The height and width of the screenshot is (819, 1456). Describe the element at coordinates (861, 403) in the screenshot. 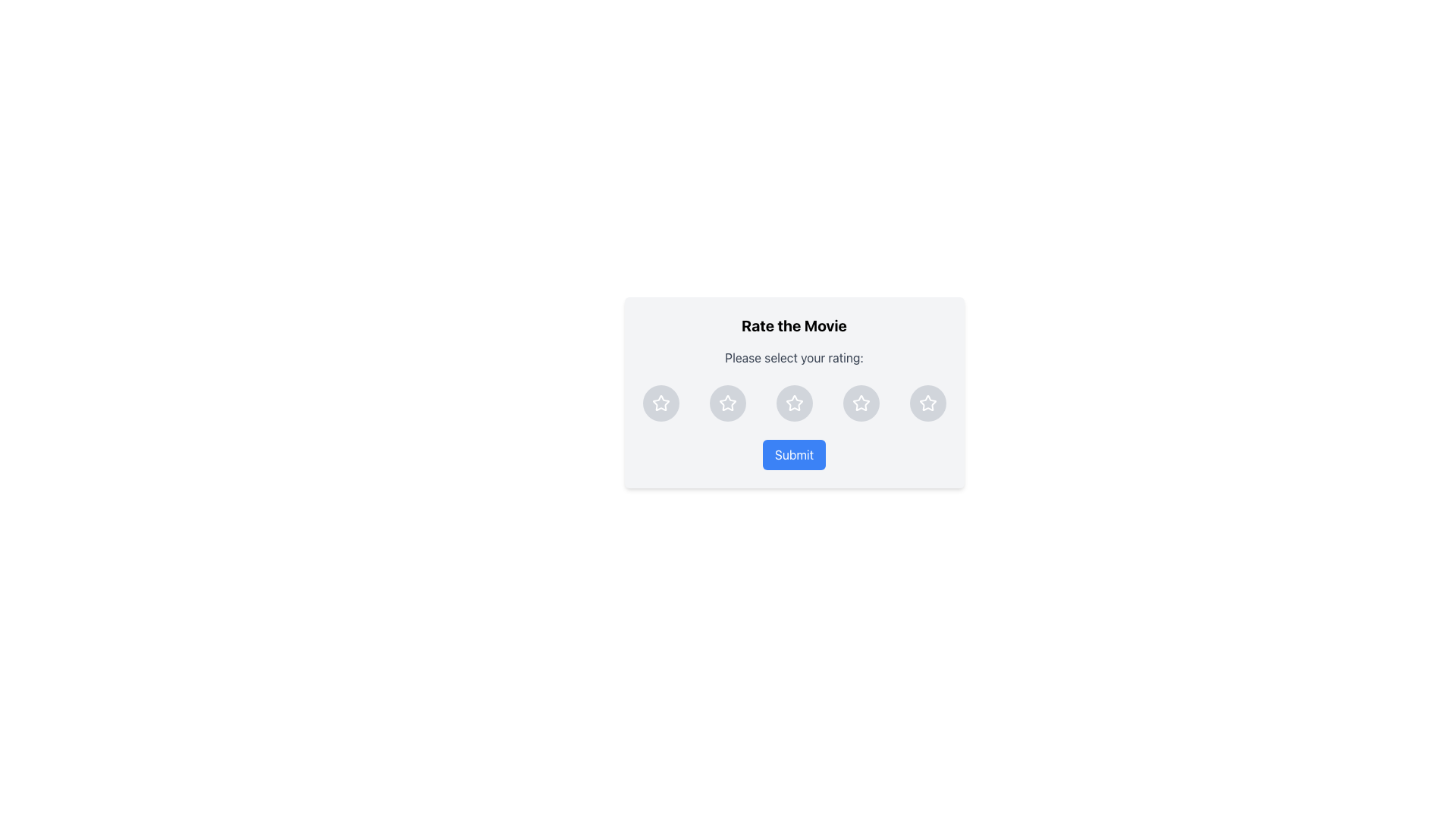

I see `the fourth circular rating button in the horizontal set` at that location.